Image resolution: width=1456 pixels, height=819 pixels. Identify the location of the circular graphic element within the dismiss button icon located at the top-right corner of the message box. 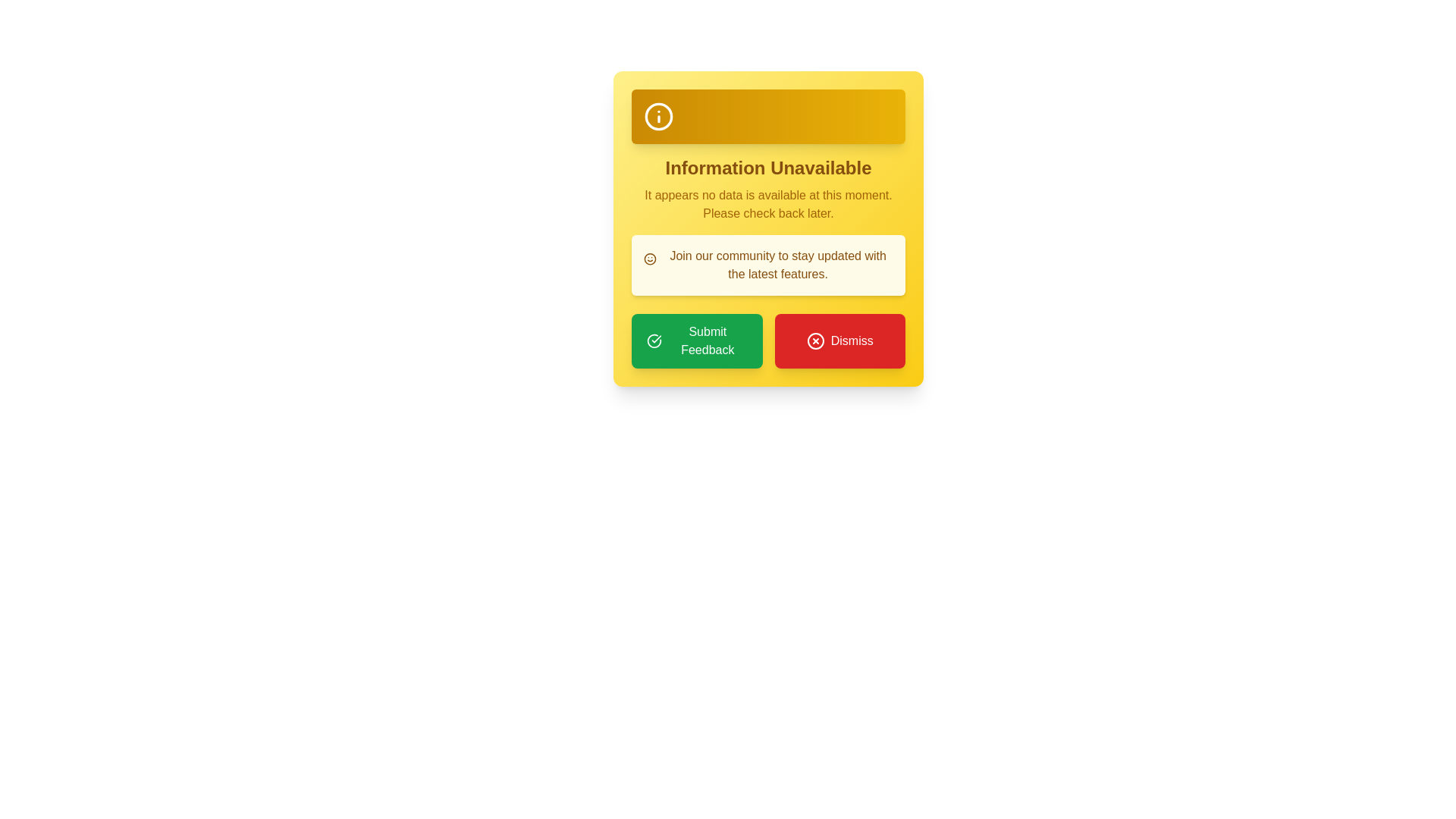
(814, 341).